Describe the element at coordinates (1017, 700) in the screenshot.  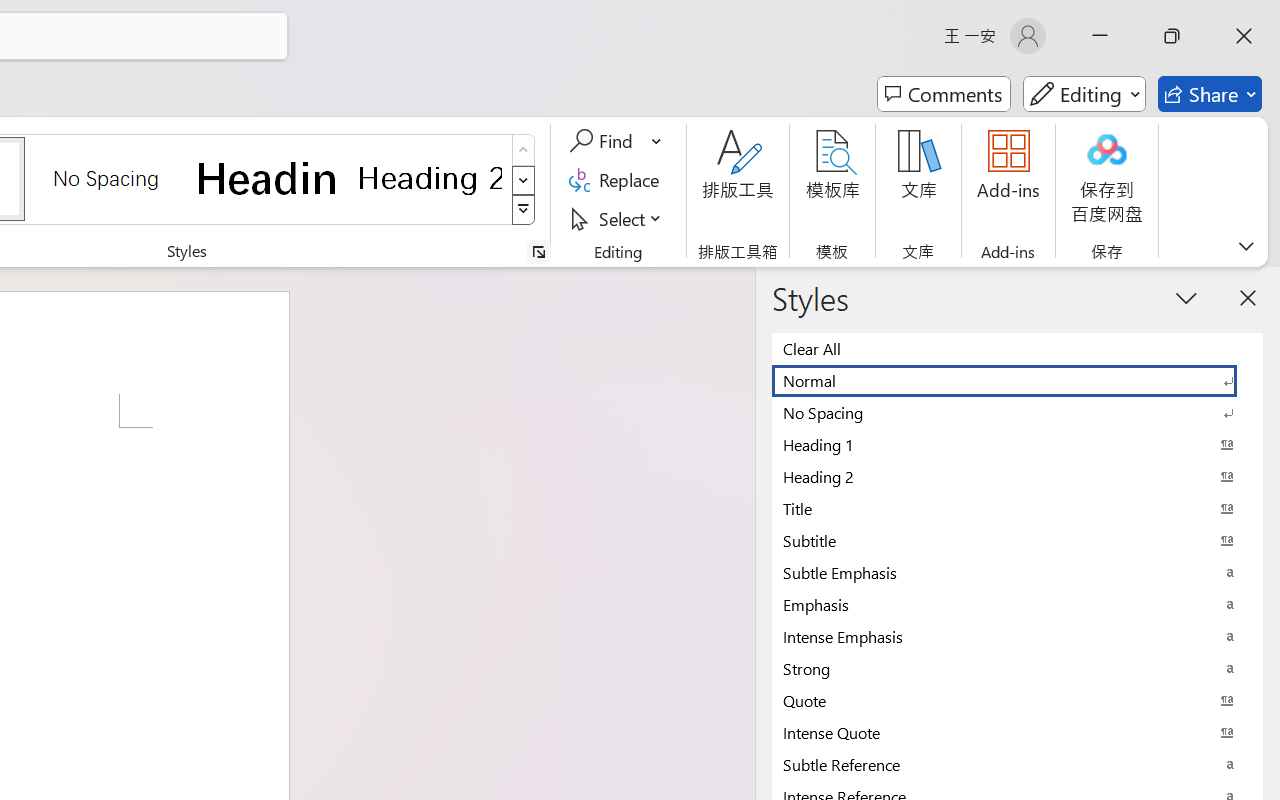
I see `'Quote'` at that location.